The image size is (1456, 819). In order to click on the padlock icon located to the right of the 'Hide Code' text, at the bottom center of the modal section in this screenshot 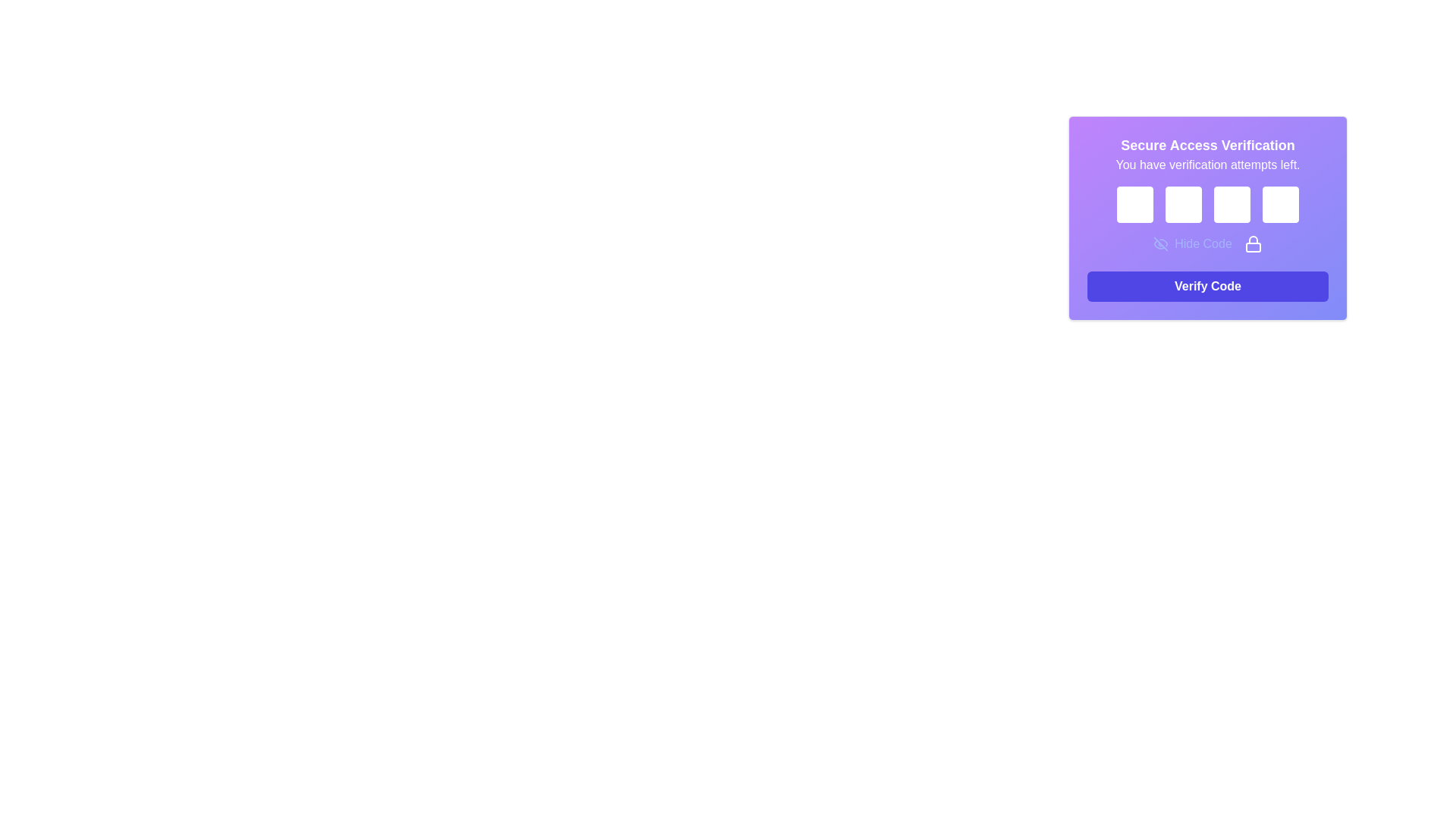, I will do `click(1253, 243)`.